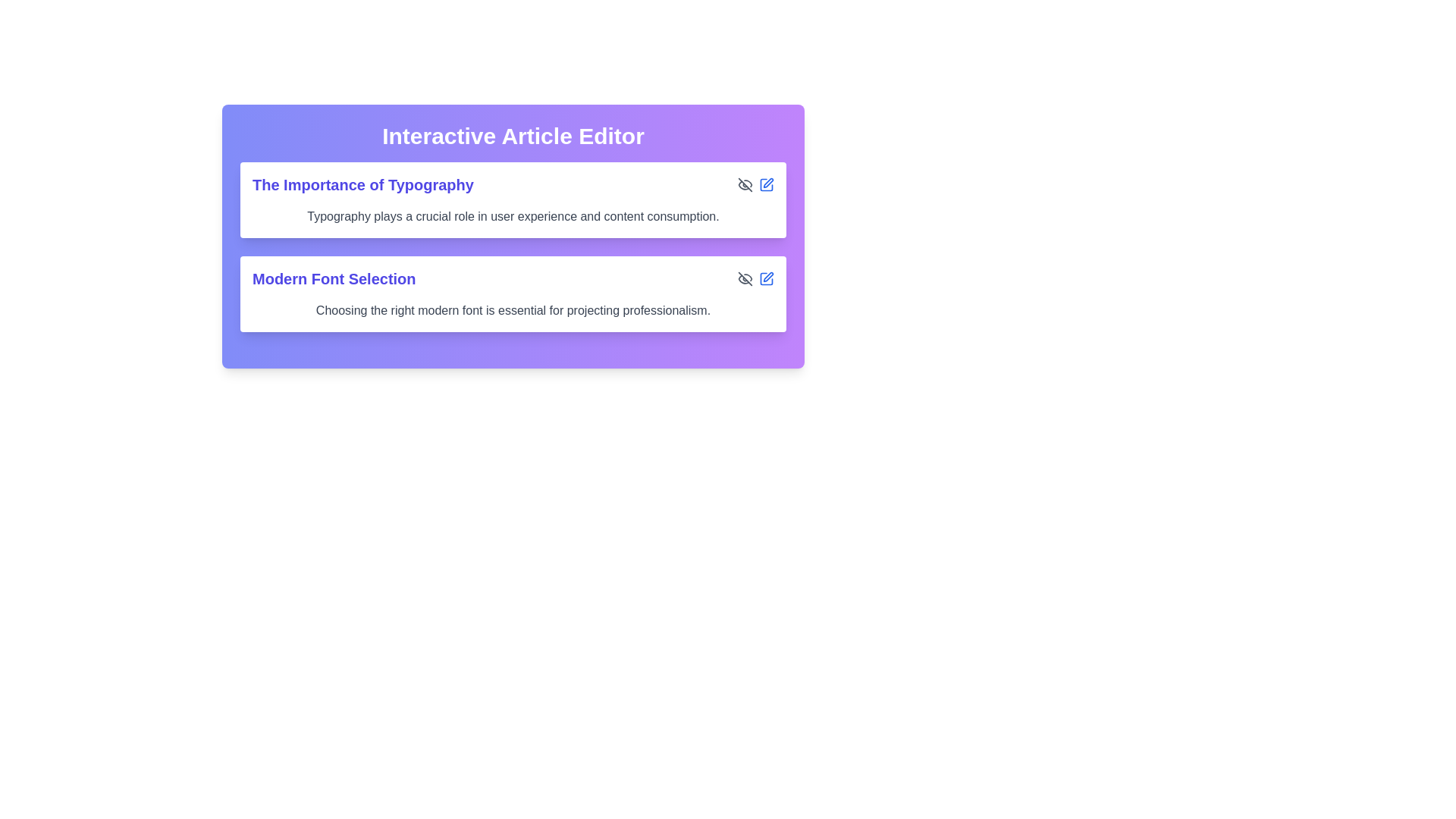  Describe the element at coordinates (333, 278) in the screenshot. I see `the text label displaying 'Modern Font Selection', which is styled in bold indigo serif font and located in the second section of the Interactive Article Editor panel` at that location.